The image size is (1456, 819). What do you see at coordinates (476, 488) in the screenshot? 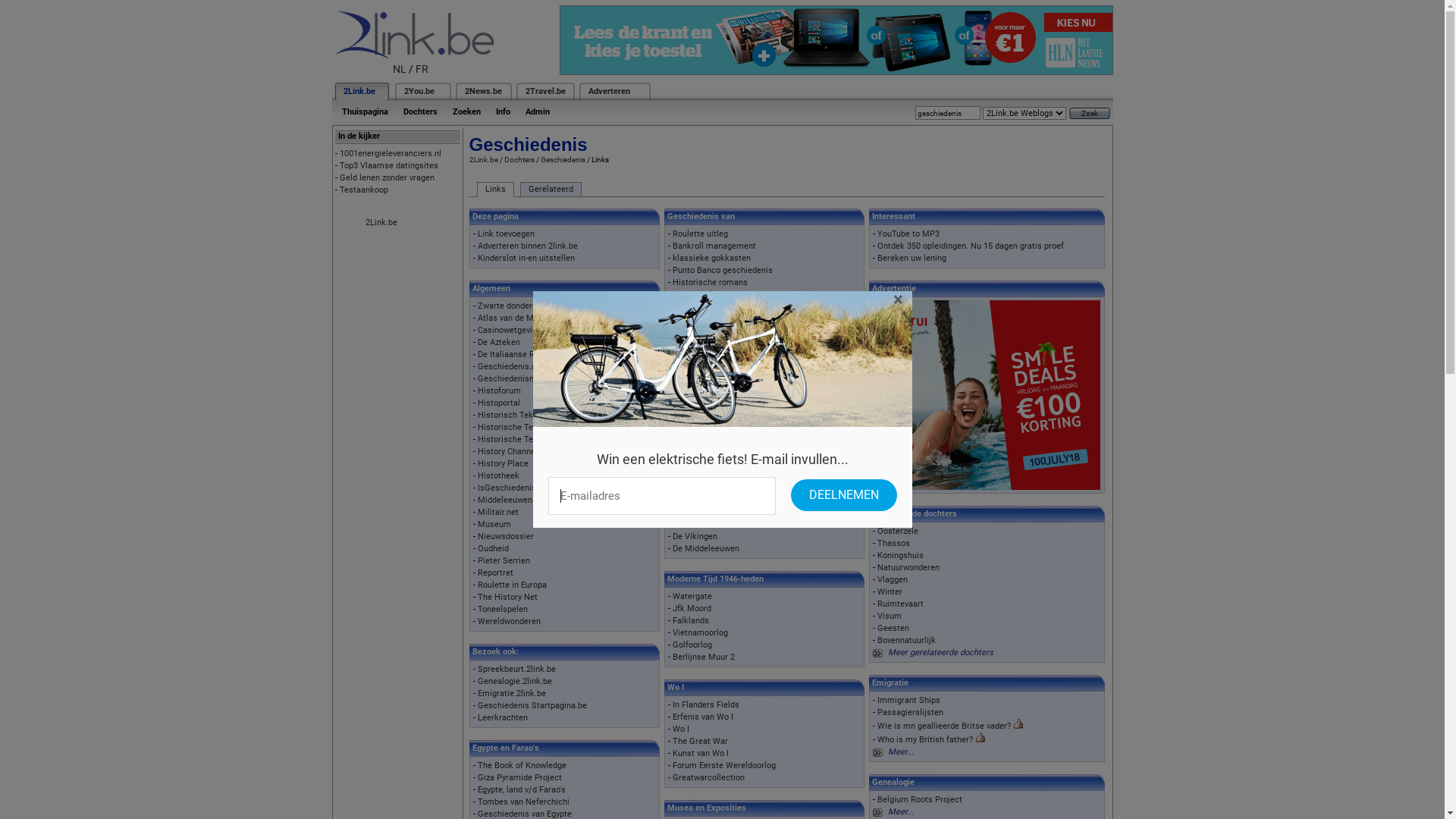
I see `'IsGeschiedenis'` at bounding box center [476, 488].